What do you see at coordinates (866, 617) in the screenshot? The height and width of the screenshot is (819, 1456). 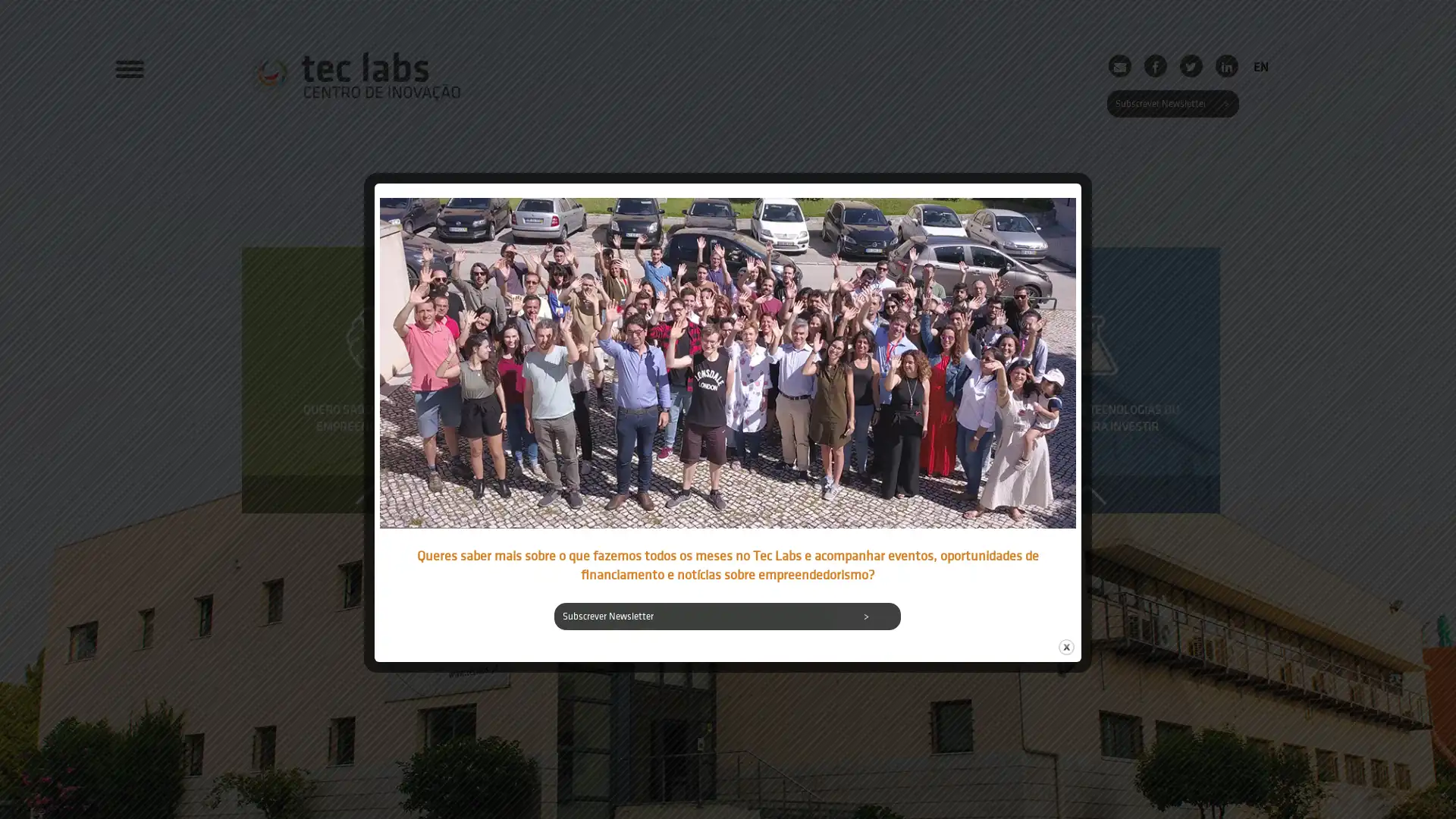 I see `>` at bounding box center [866, 617].